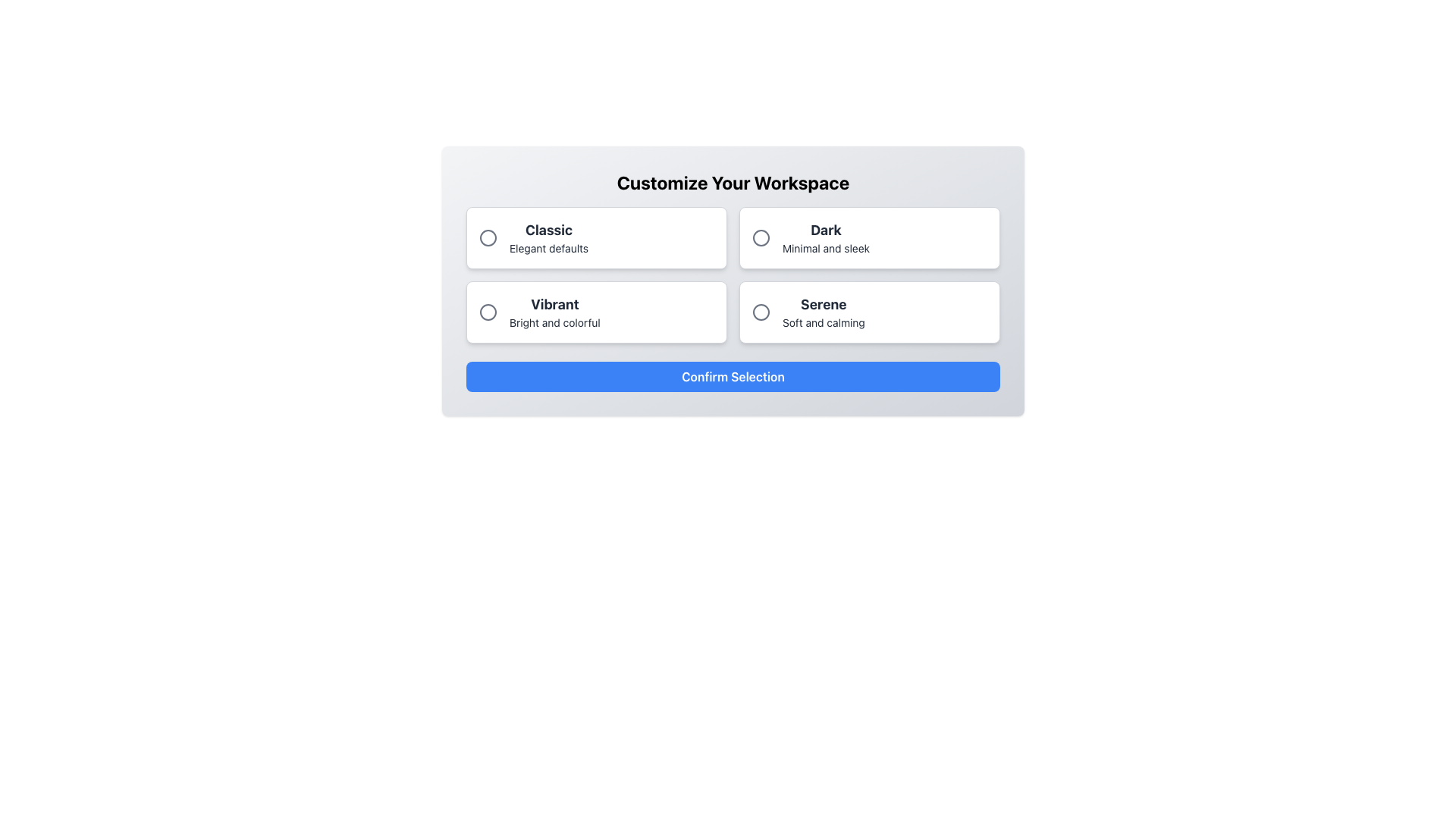 The height and width of the screenshot is (819, 1456). I want to click on the heading text that informs users about the purpose of the panel, which is to customize the workspace, so click(733, 181).